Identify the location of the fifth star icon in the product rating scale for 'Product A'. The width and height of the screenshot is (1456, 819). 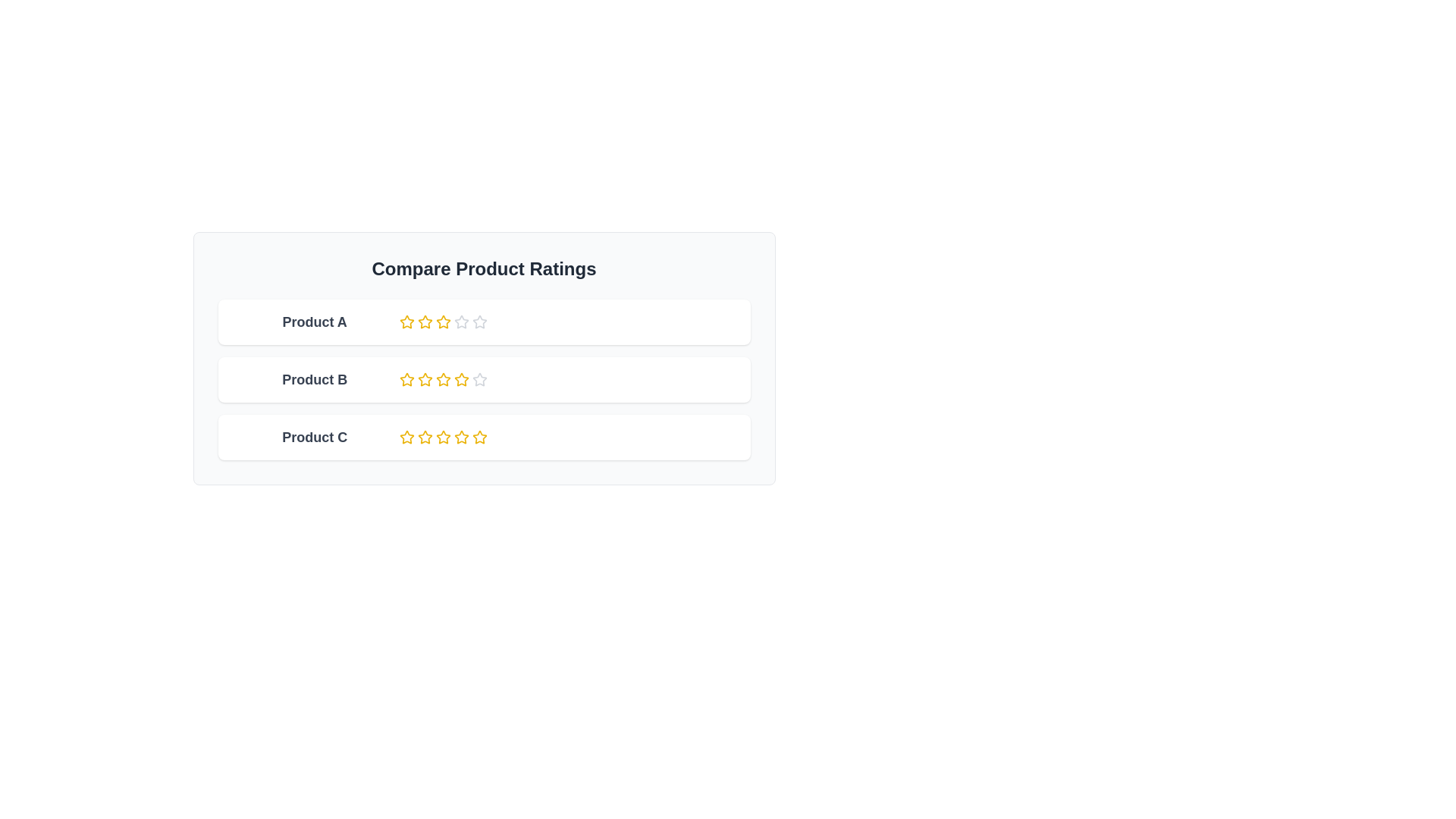
(460, 321).